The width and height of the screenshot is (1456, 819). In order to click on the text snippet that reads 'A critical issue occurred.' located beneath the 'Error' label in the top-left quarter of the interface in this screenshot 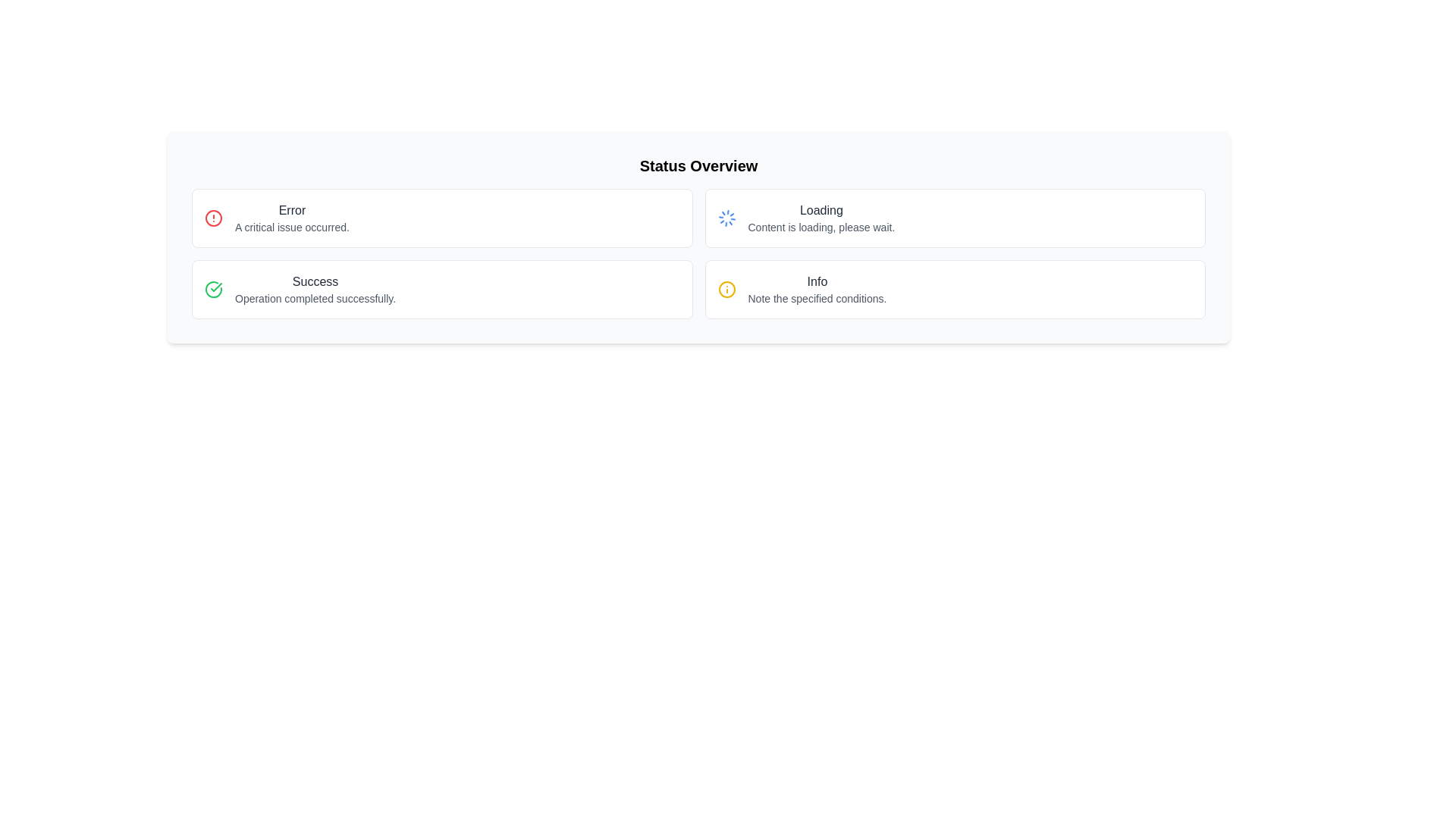, I will do `click(292, 227)`.